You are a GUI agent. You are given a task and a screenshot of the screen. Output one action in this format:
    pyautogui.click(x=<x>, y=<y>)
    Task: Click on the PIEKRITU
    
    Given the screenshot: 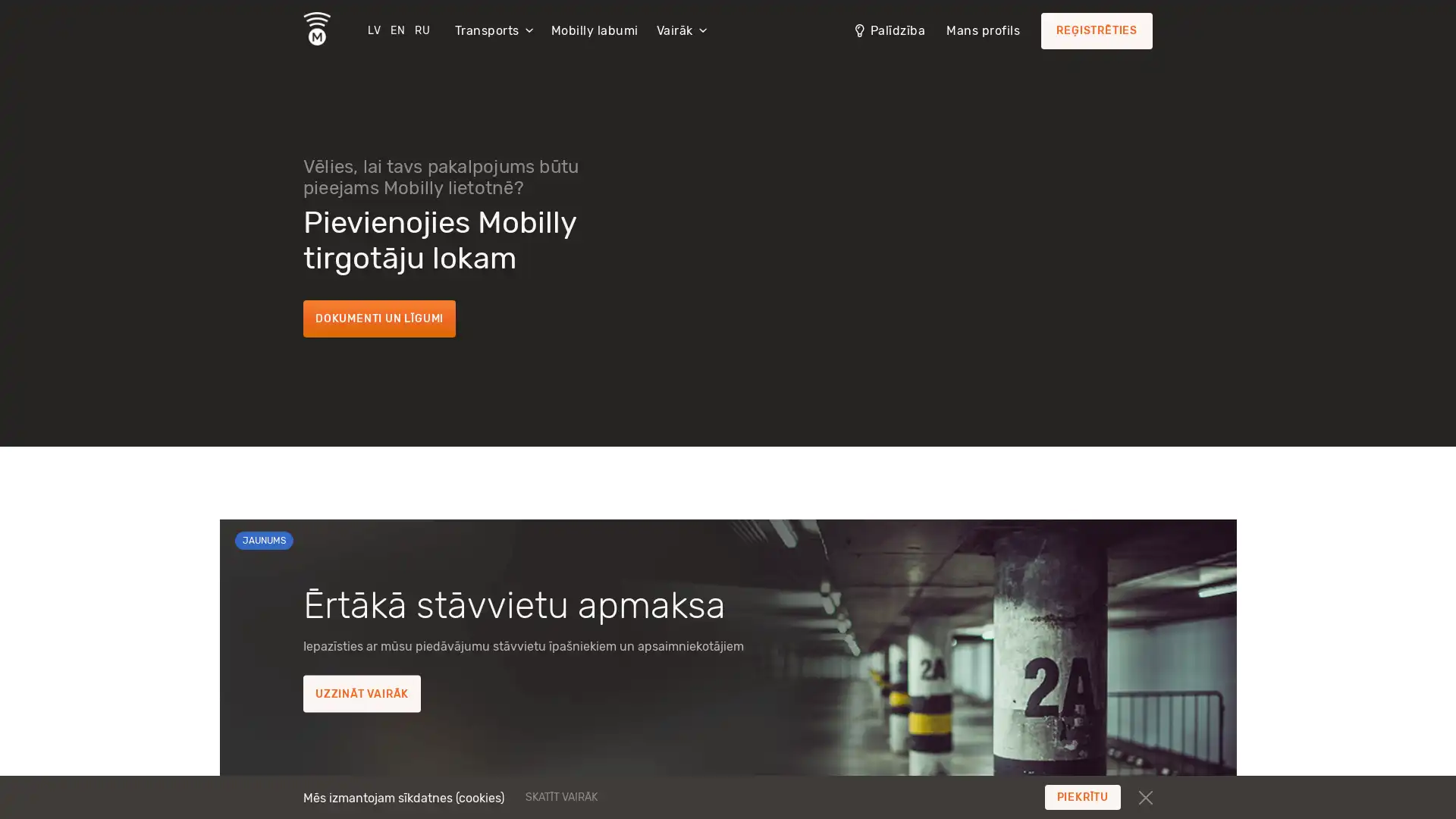 What is the action you would take?
    pyautogui.click(x=1081, y=796)
    